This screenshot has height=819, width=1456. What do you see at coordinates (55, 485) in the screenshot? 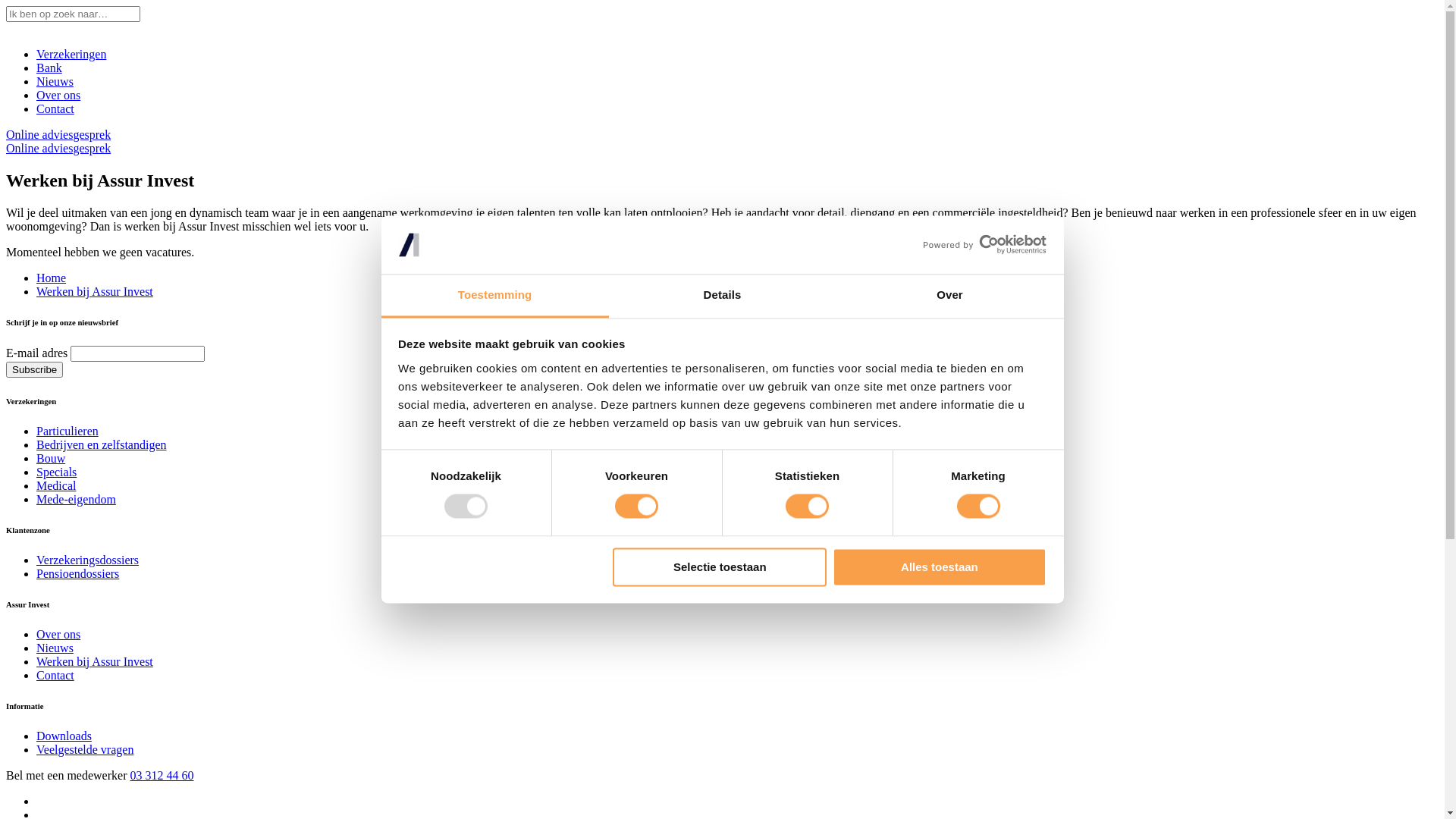
I see `'Medical'` at bounding box center [55, 485].